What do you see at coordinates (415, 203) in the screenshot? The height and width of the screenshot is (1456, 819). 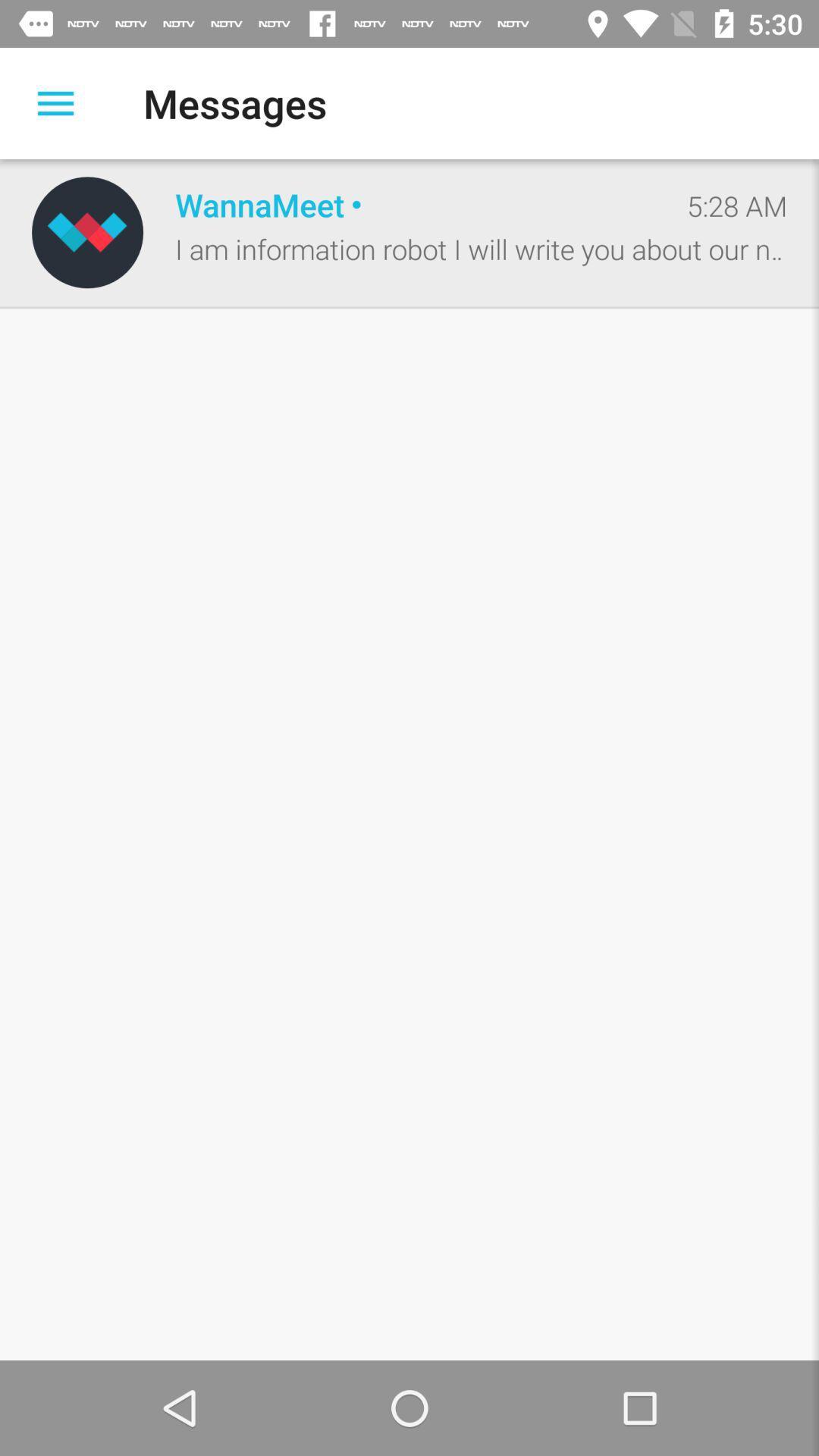 I see `the icon below the messages item` at bounding box center [415, 203].